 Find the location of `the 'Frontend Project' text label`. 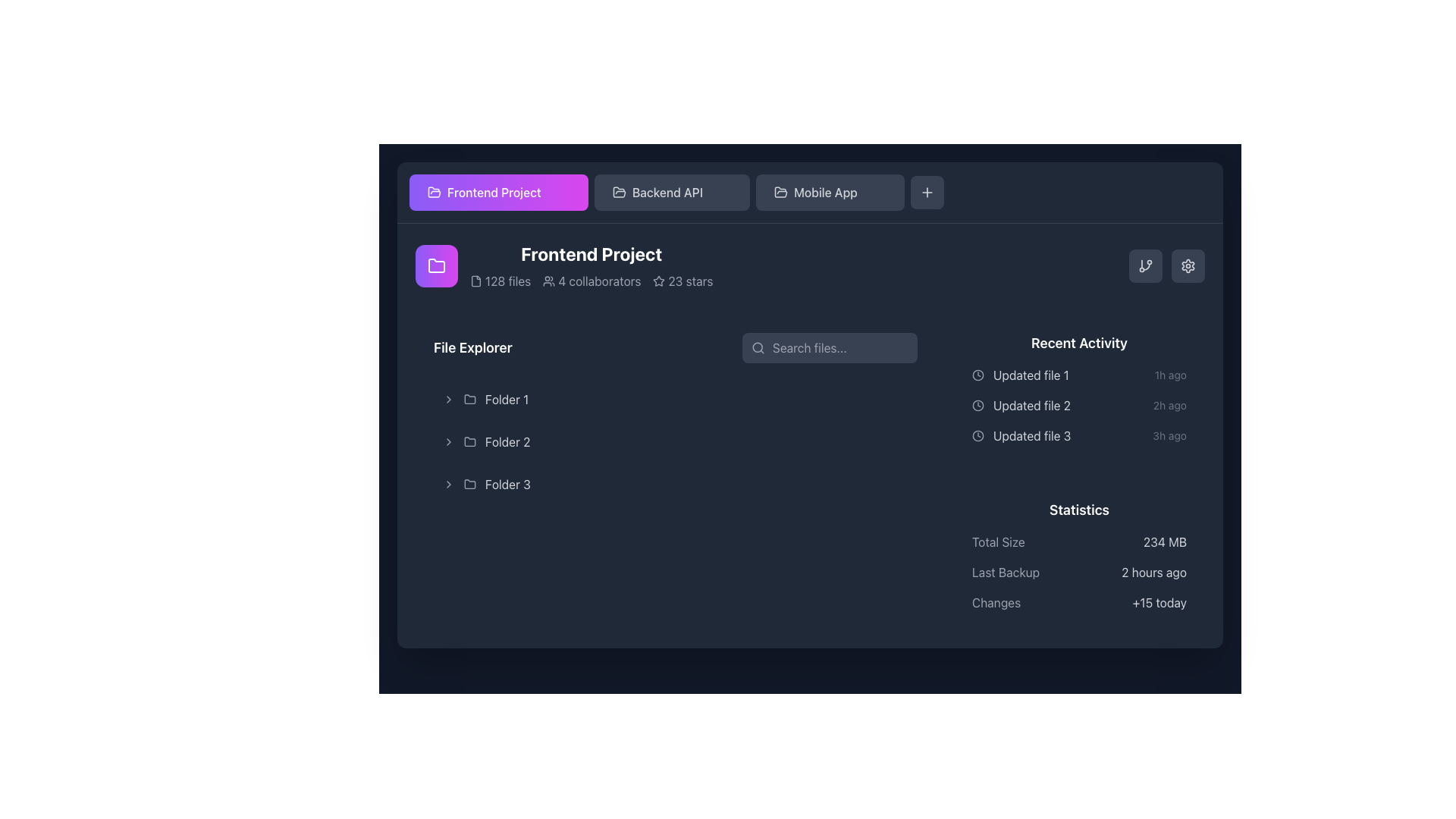

the 'Frontend Project' text label is located at coordinates (494, 192).